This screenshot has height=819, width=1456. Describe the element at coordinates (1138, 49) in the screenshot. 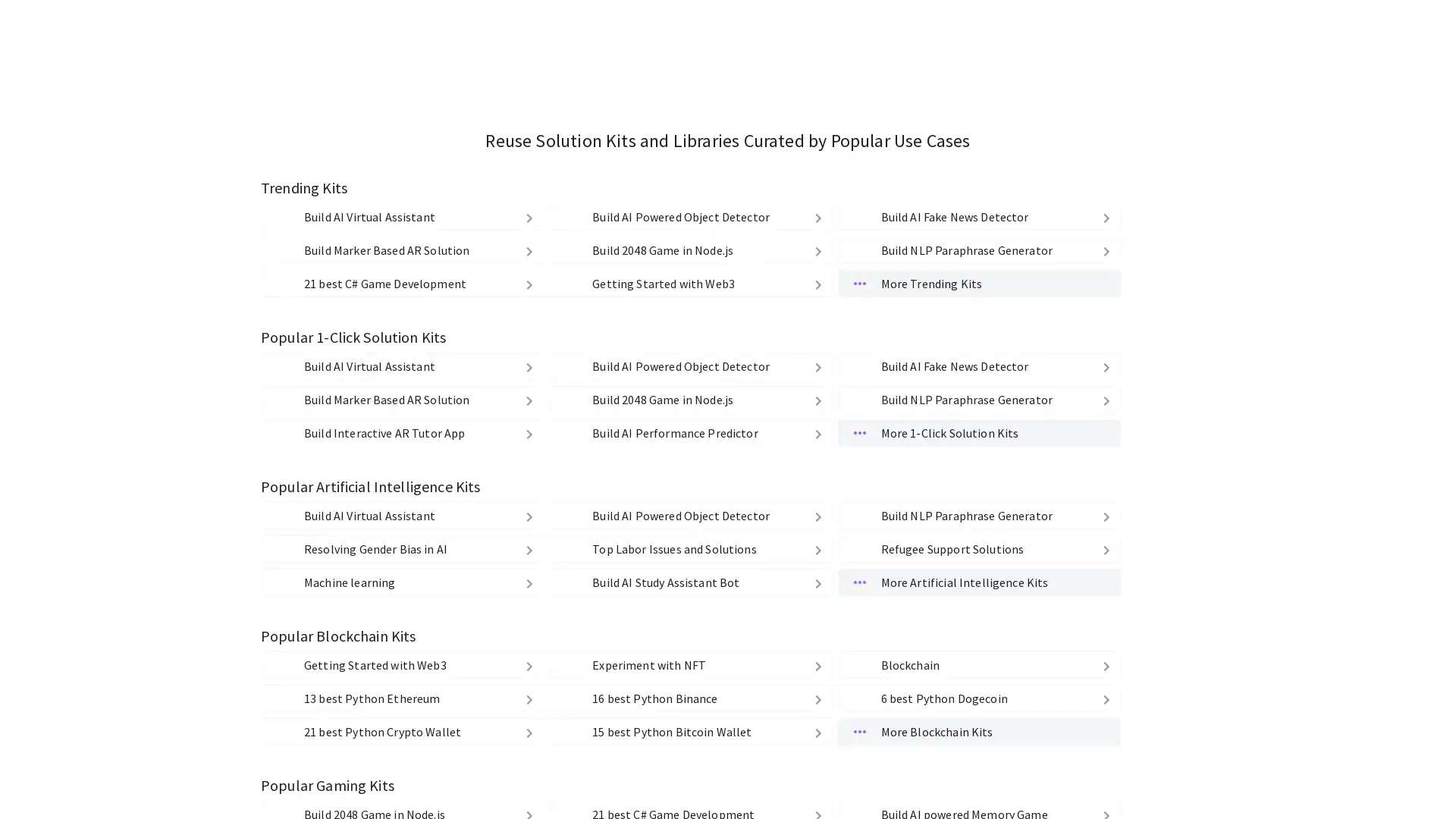

I see `Explore Kits` at that location.